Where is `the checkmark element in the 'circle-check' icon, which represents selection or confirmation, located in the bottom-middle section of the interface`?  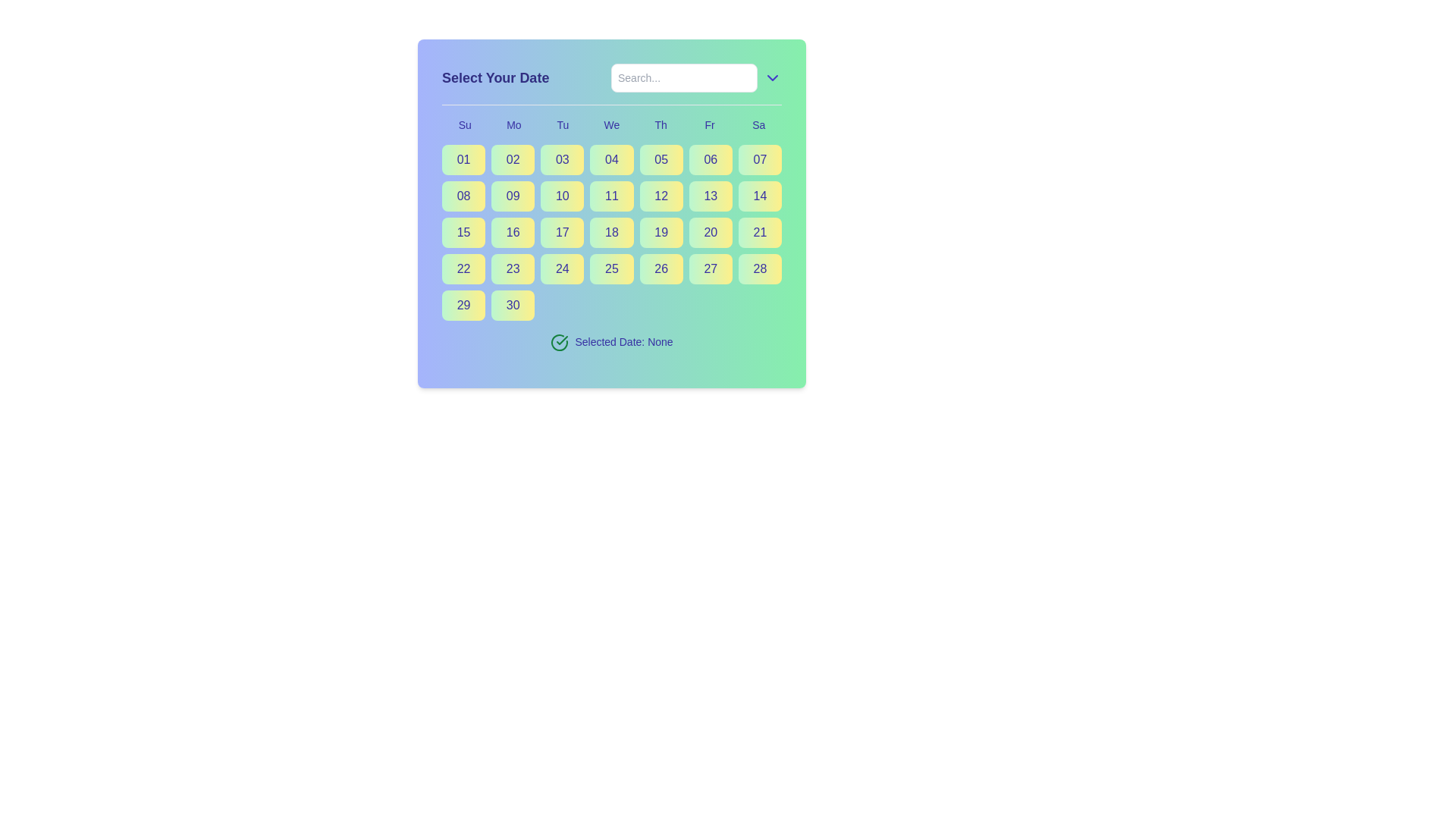
the checkmark element in the 'circle-check' icon, which represents selection or confirmation, located in the bottom-middle section of the interface is located at coordinates (561, 339).